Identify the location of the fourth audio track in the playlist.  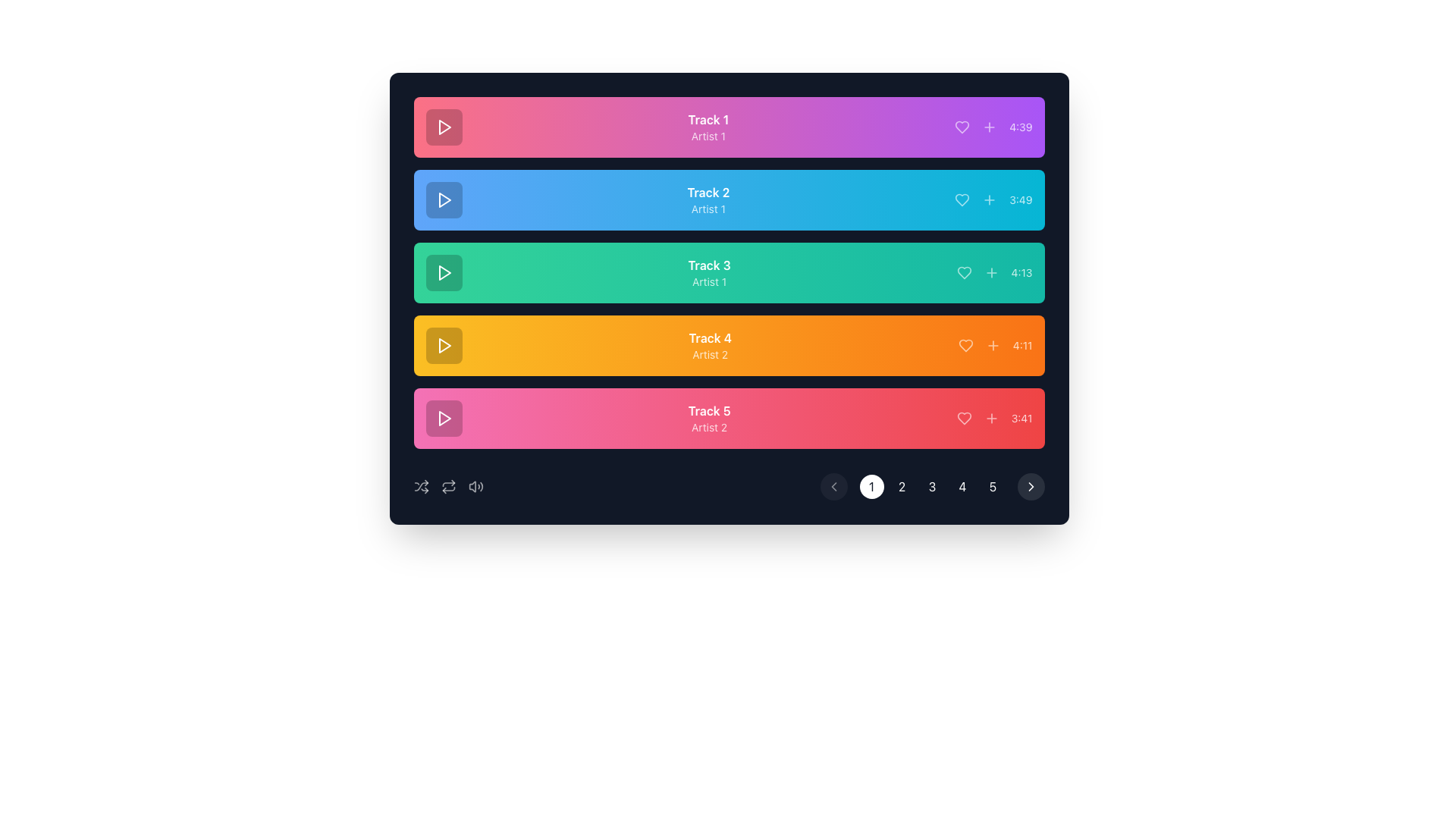
(729, 345).